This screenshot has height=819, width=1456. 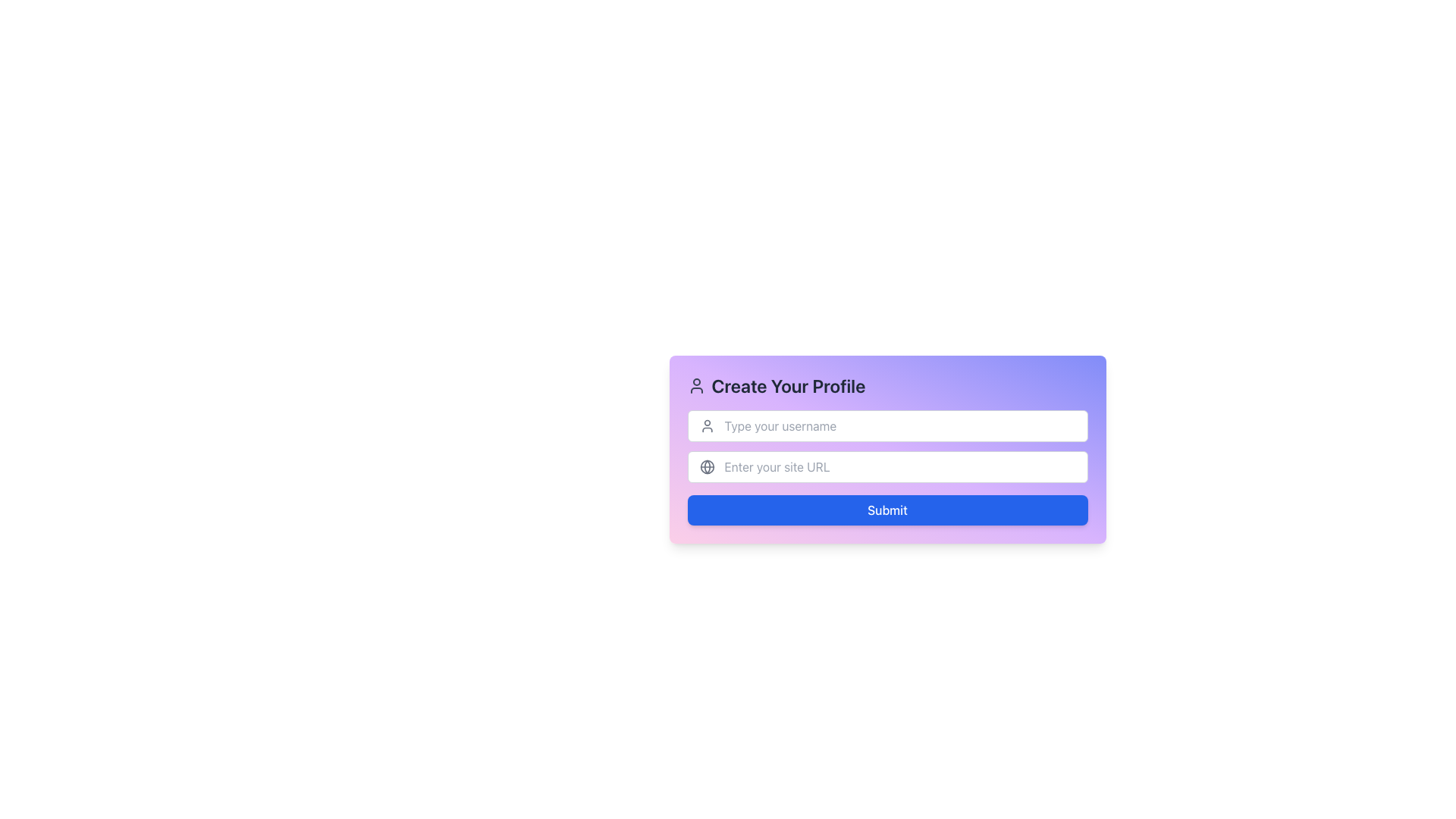 What do you see at coordinates (706, 466) in the screenshot?
I see `the primary large circular graphical icon located within the globe icon adjacent to the site URL input field` at bounding box center [706, 466].